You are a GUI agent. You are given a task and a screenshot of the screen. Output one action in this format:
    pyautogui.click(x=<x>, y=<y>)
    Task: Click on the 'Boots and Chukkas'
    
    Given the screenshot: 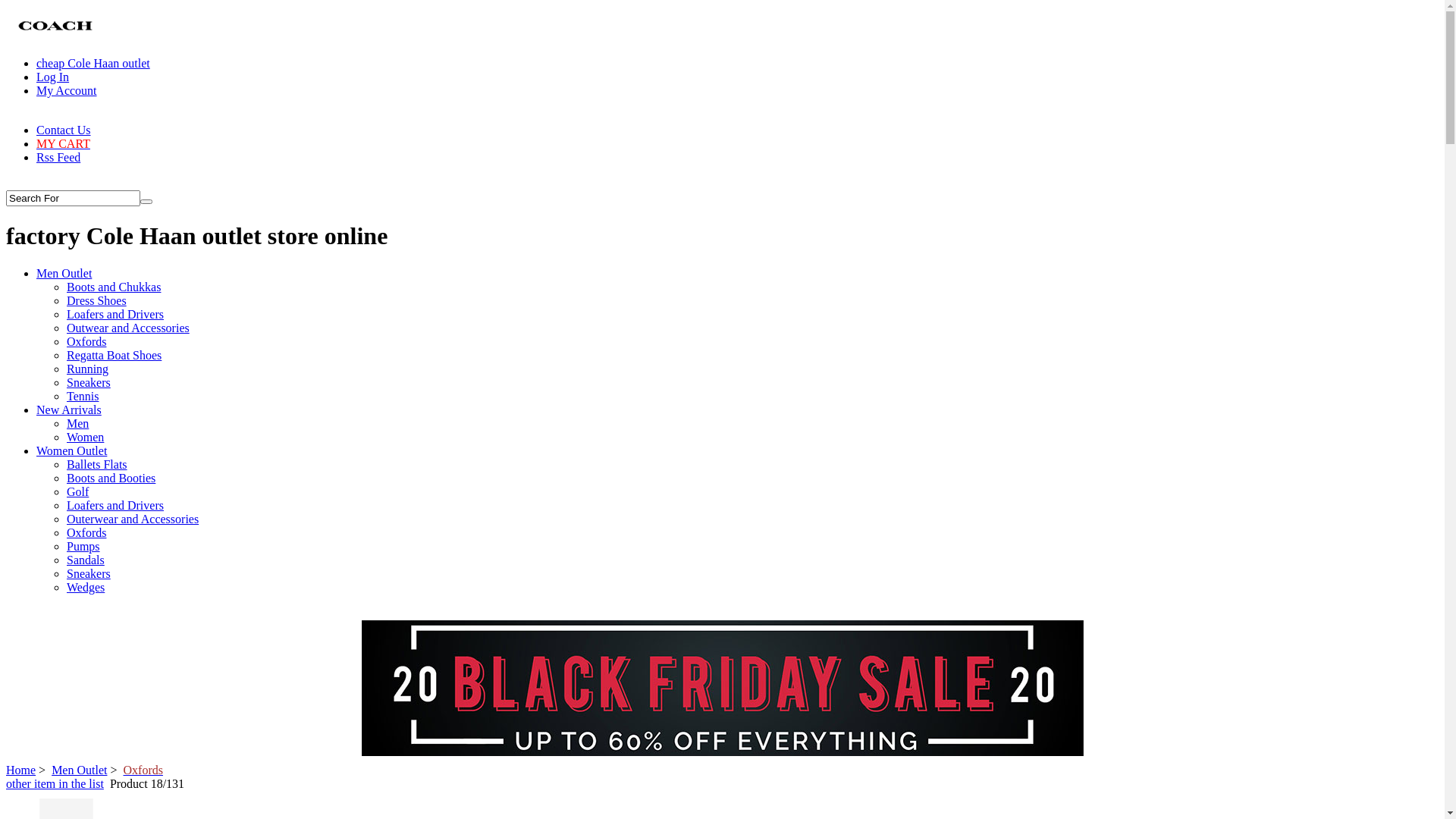 What is the action you would take?
    pyautogui.click(x=112, y=287)
    